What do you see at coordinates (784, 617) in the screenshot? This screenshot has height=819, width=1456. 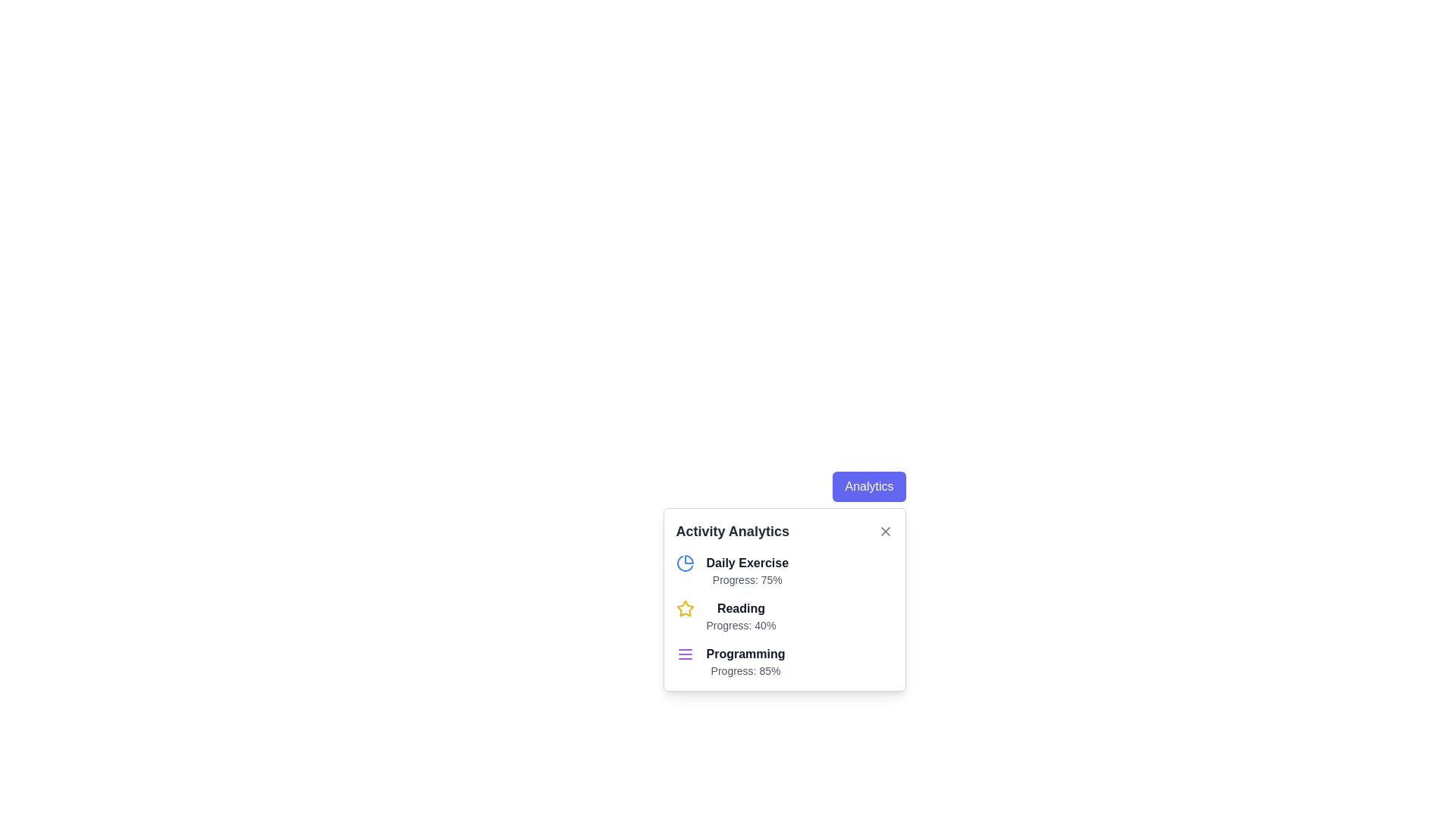 I see `the informational display that shows the progress percentage of a reading activity, located under the 'Daily Exercise' item and above the 'Programming' item in the 'Activity Analytics' section` at bounding box center [784, 617].